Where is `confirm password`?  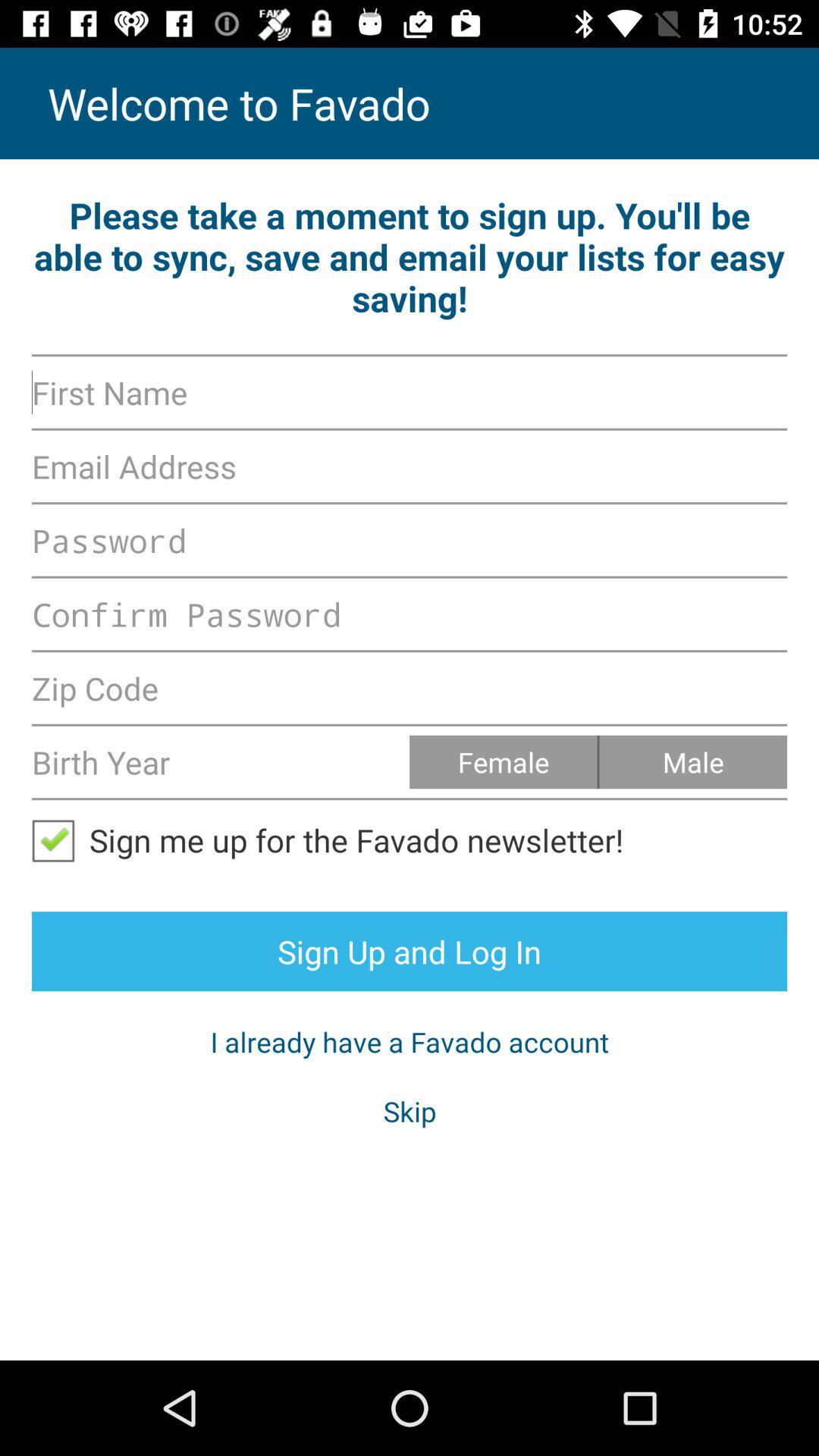 confirm password is located at coordinates (409, 614).